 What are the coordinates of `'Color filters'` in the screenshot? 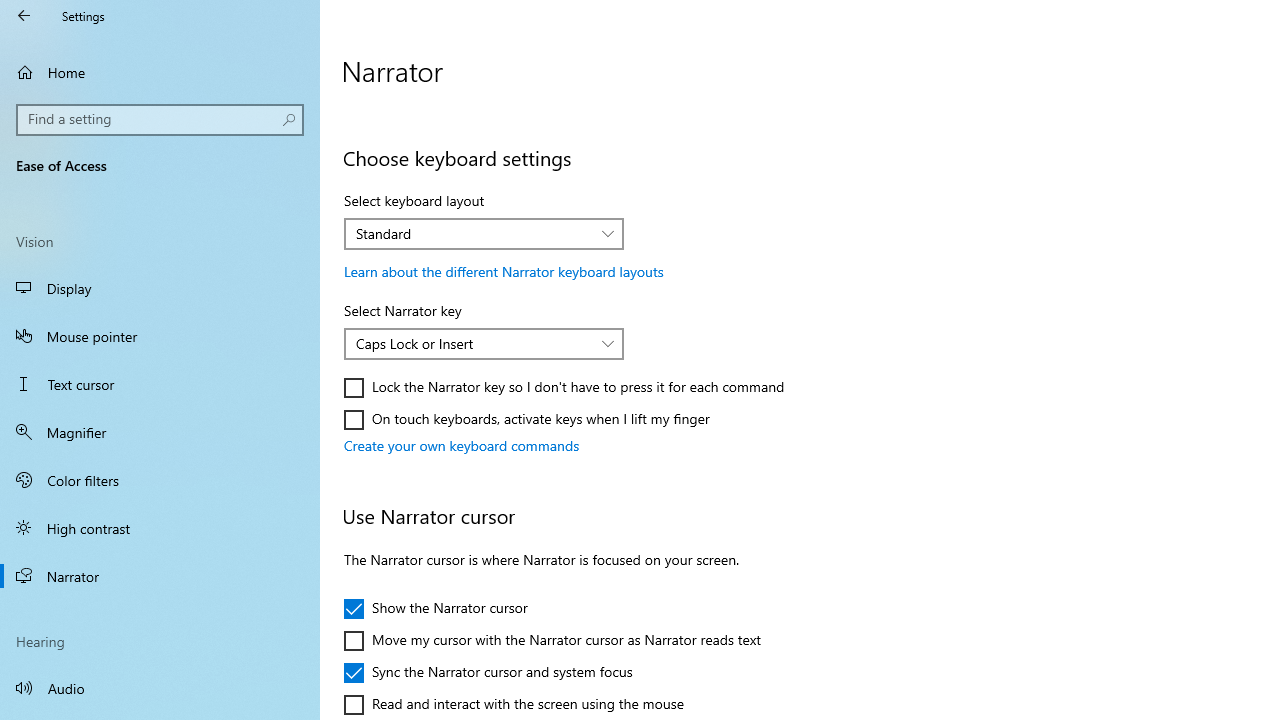 It's located at (160, 479).